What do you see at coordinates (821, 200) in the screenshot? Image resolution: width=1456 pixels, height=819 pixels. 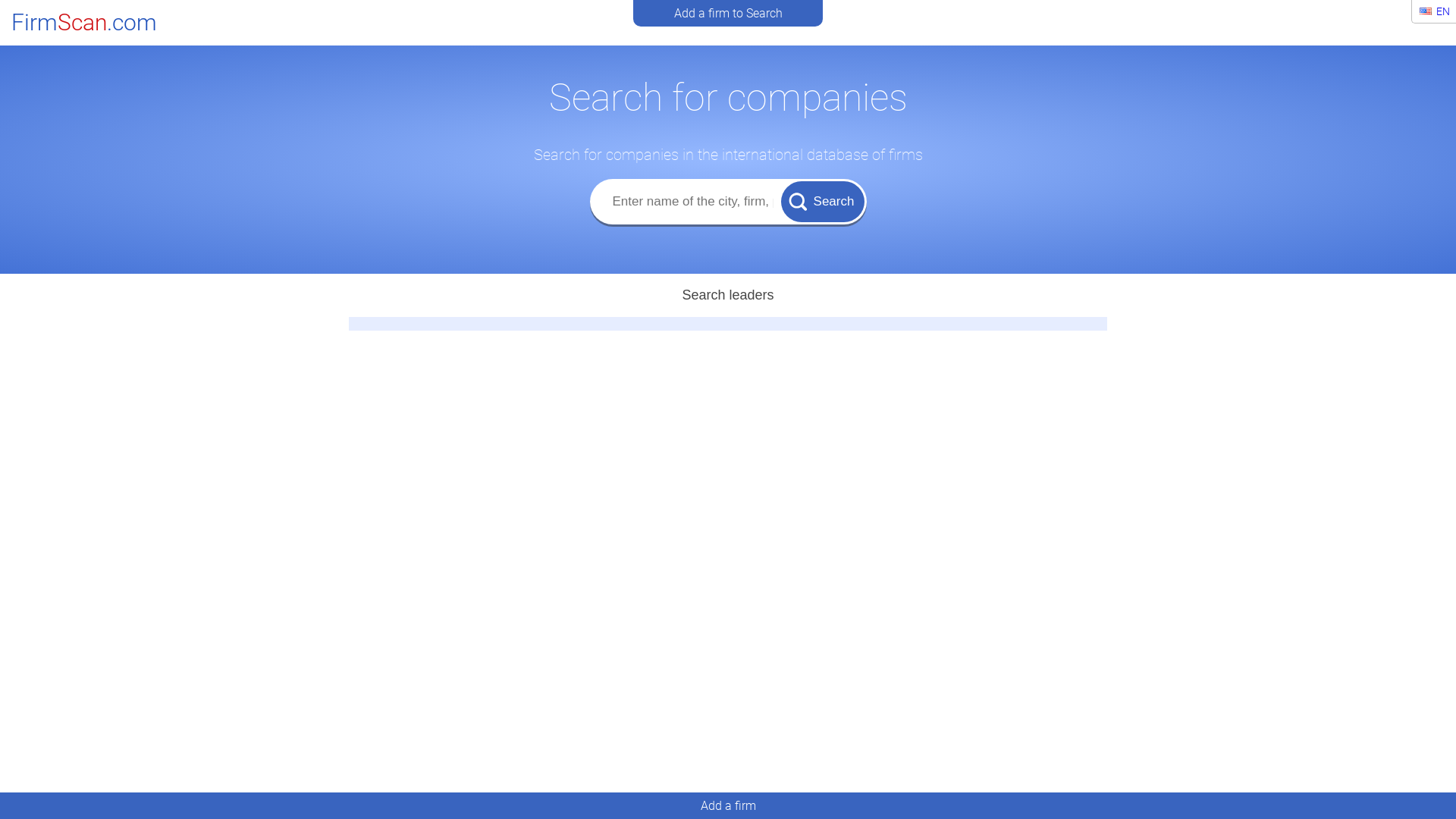 I see `'Search'` at bounding box center [821, 200].